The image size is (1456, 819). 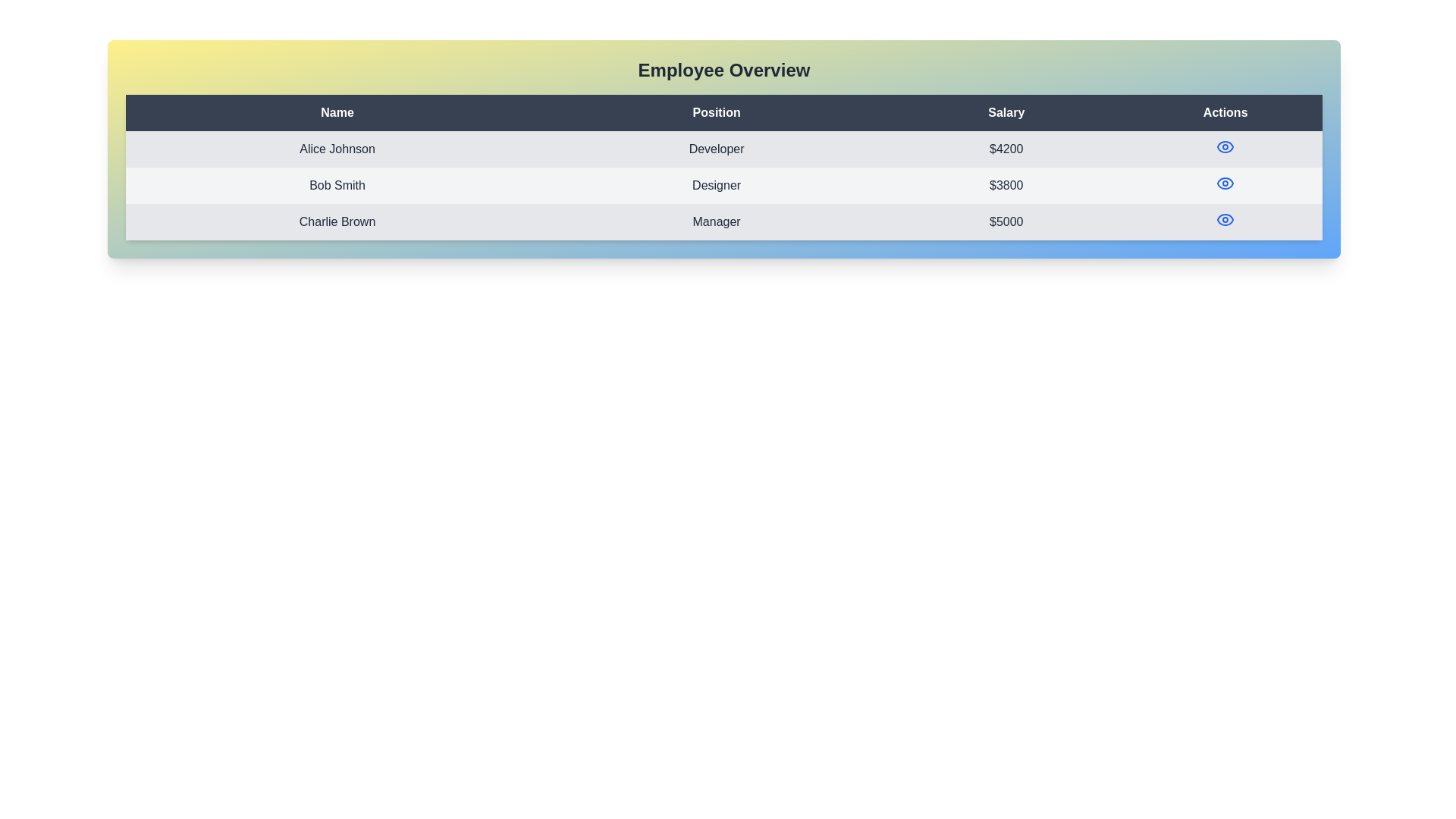 I want to click on text from the Text label displaying 'Alice Johnson', which is located in the first row under the 'Name' column of the table, so click(x=337, y=149).